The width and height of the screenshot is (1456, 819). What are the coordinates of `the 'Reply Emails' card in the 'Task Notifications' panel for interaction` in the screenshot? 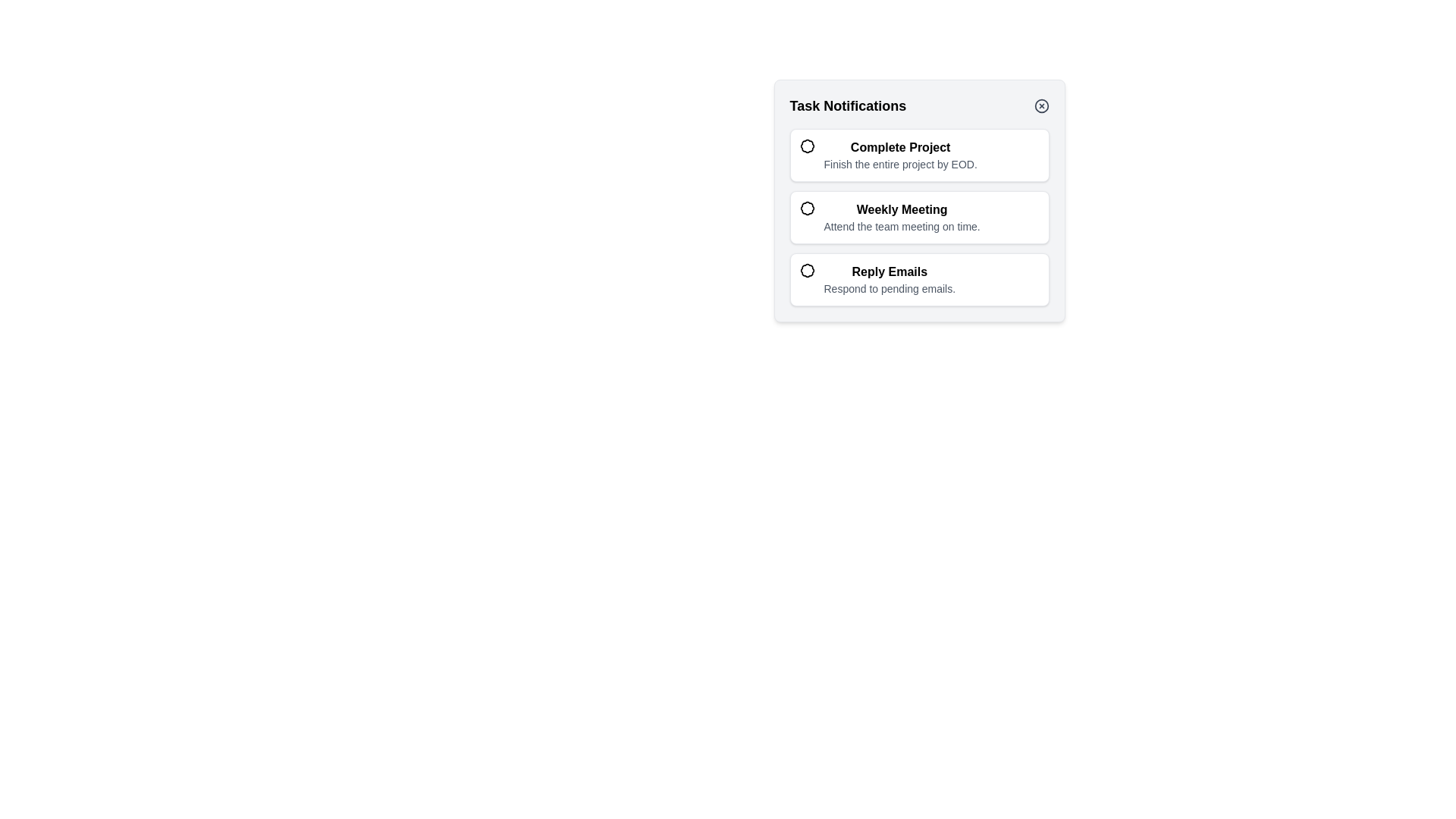 It's located at (918, 280).